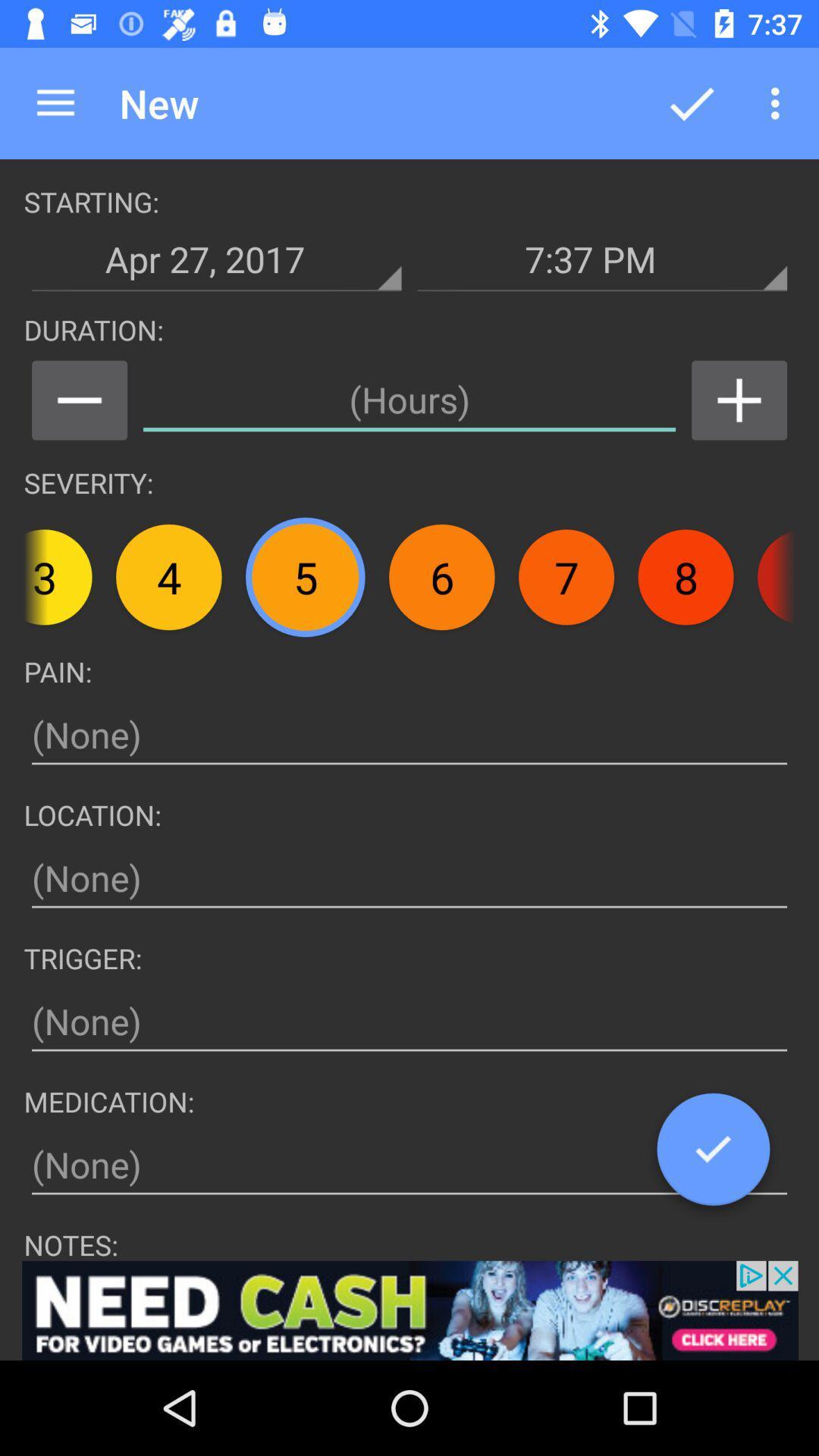  What do you see at coordinates (409, 1021) in the screenshot?
I see `headache trigger note box` at bounding box center [409, 1021].